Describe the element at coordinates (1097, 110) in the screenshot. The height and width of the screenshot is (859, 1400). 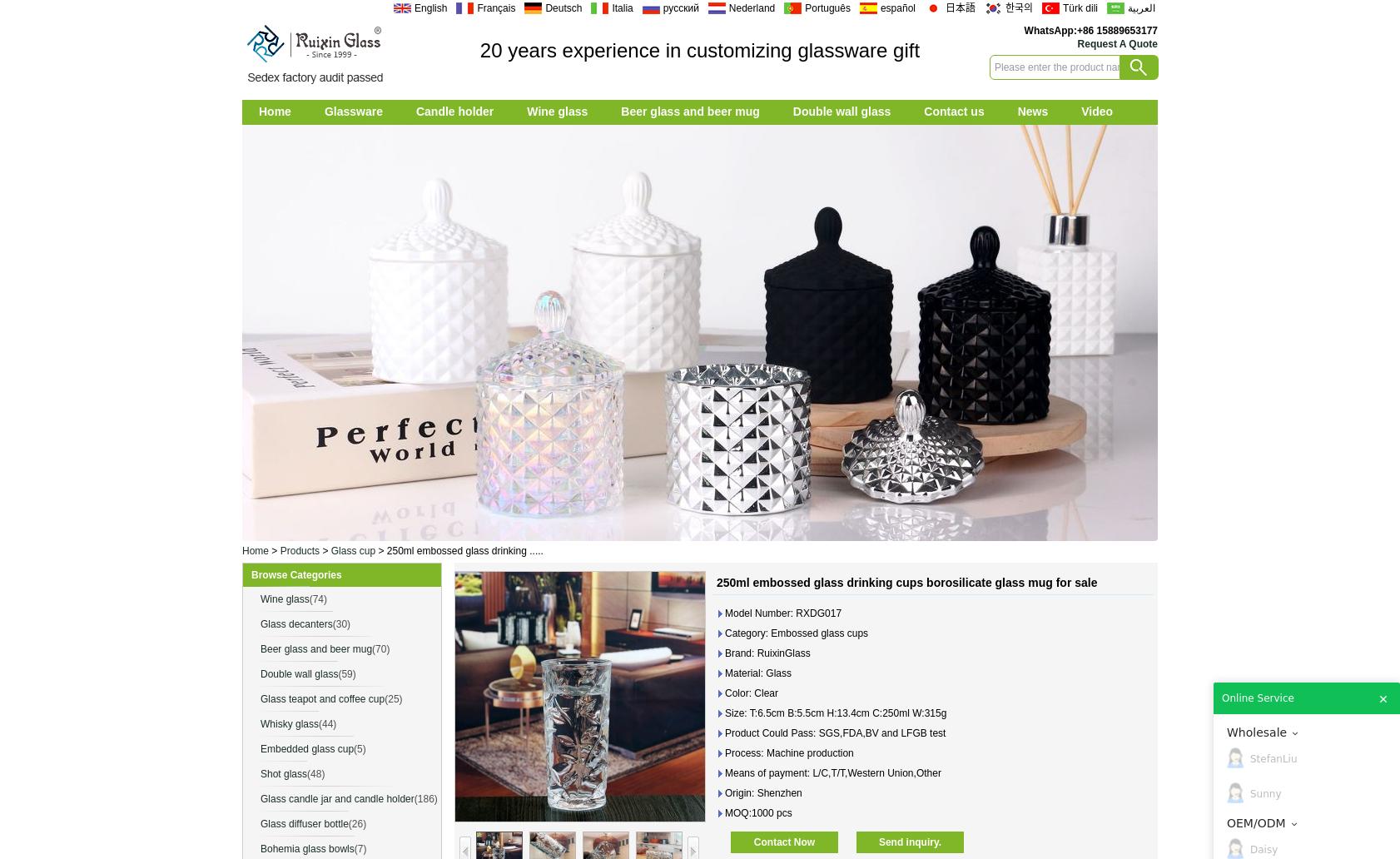
I see `'Video'` at that location.